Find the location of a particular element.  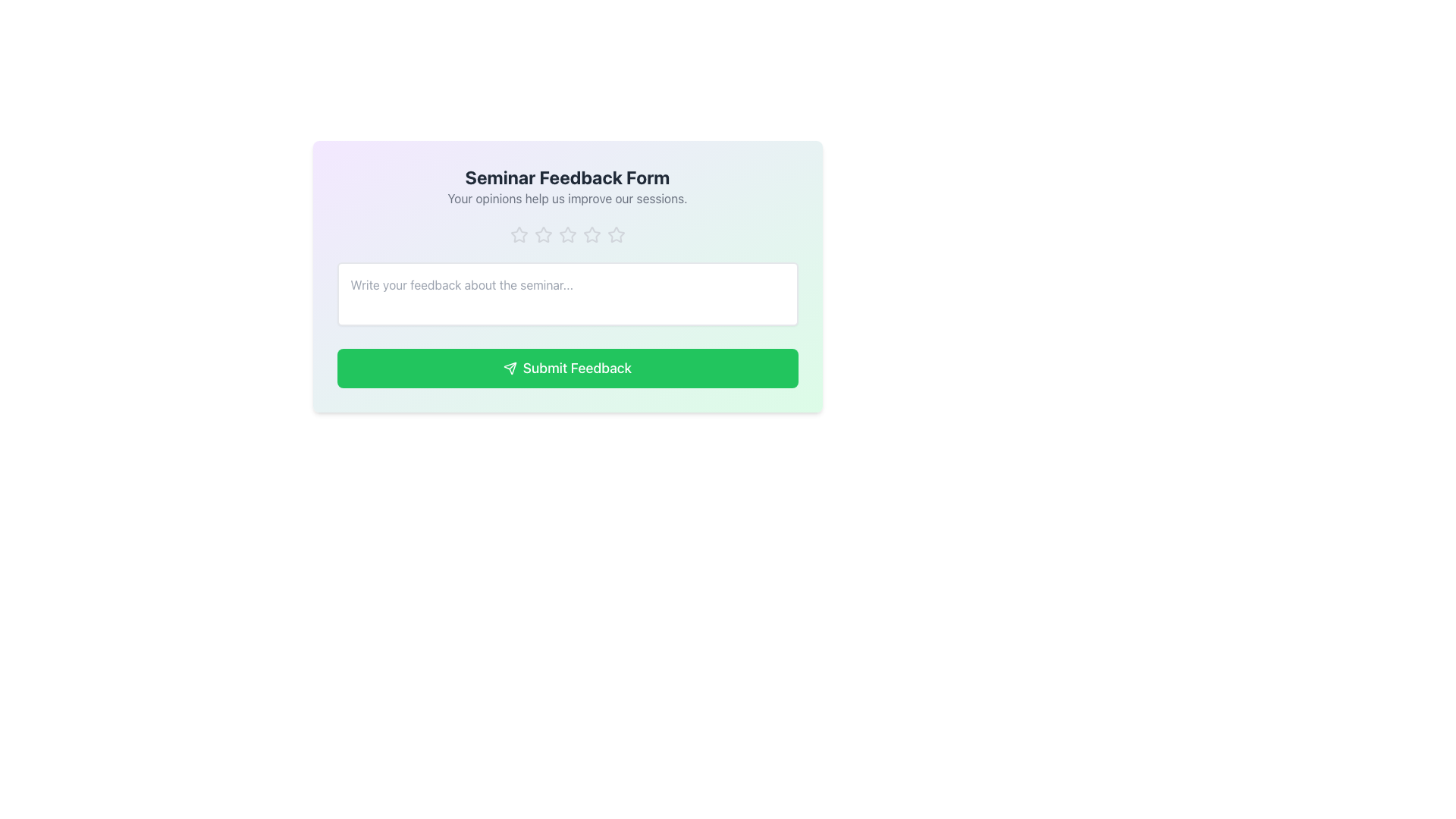

the fifth star-shaped icon of the interactive star rating component for keyboard interaction is located at coordinates (616, 234).